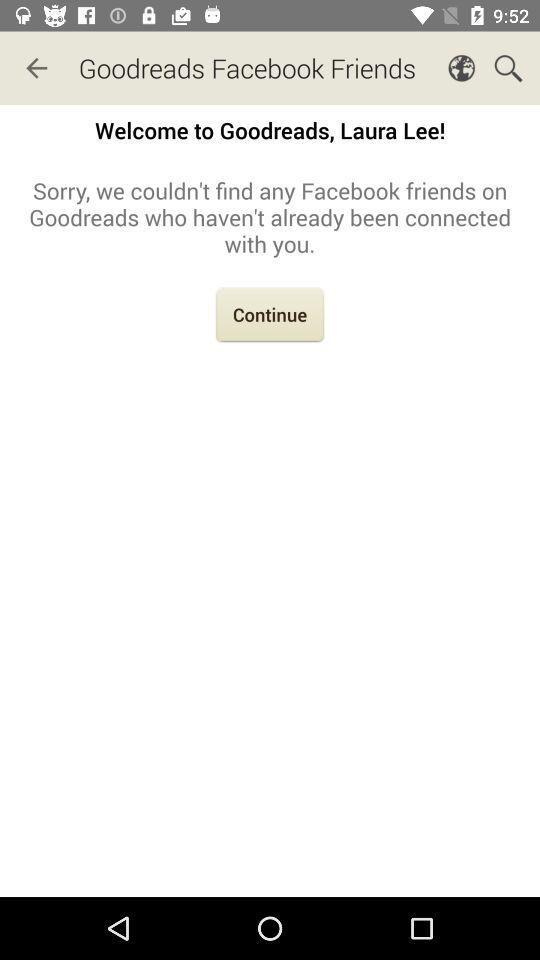 This screenshot has height=960, width=540. Describe the element at coordinates (270, 317) in the screenshot. I see `the icon below the sorry we couldn icon` at that location.